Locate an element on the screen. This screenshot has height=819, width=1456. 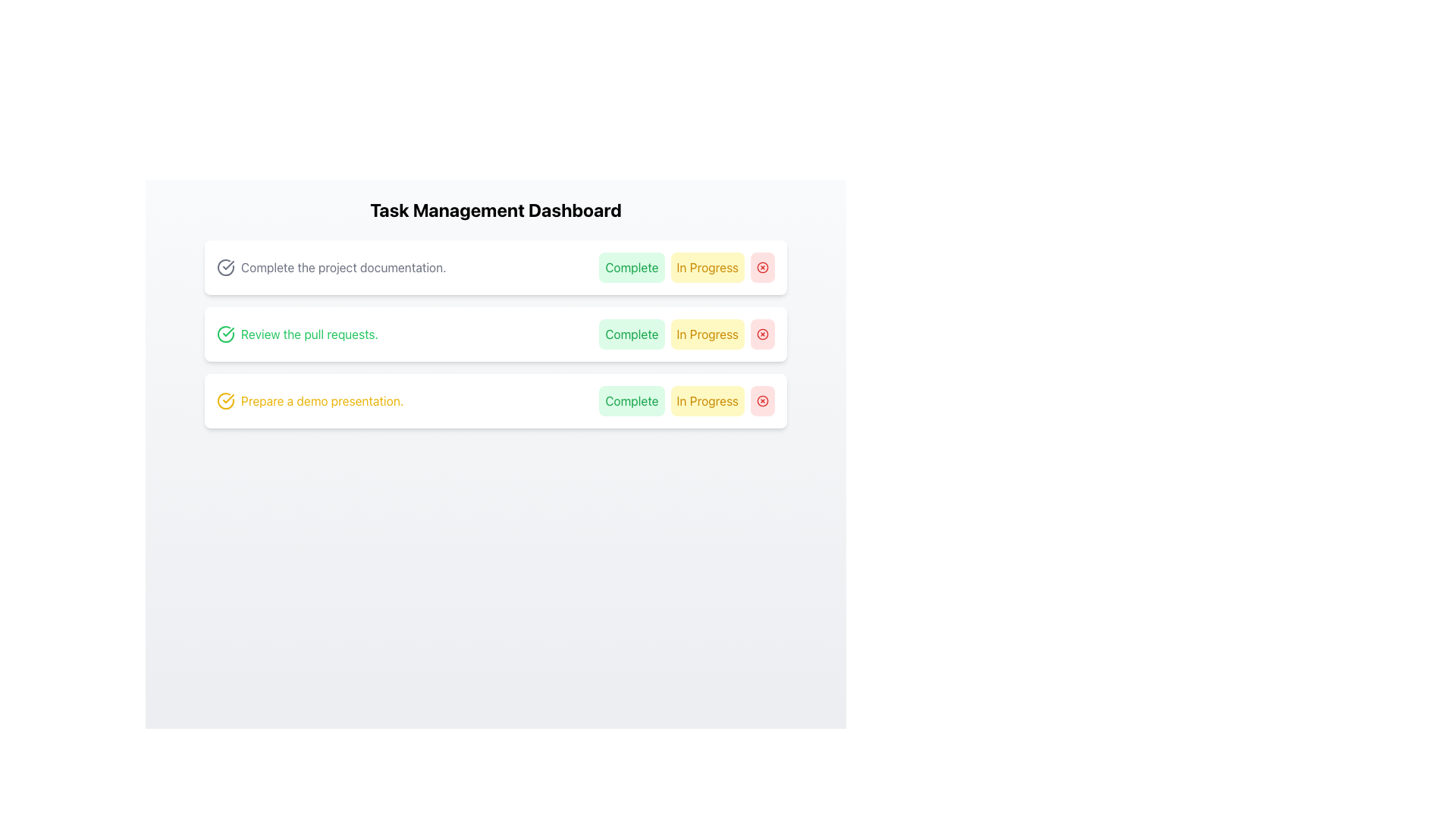
the red circular button with a cross inside, located to the far right of the third task entry in the task dashboard is located at coordinates (763, 333).